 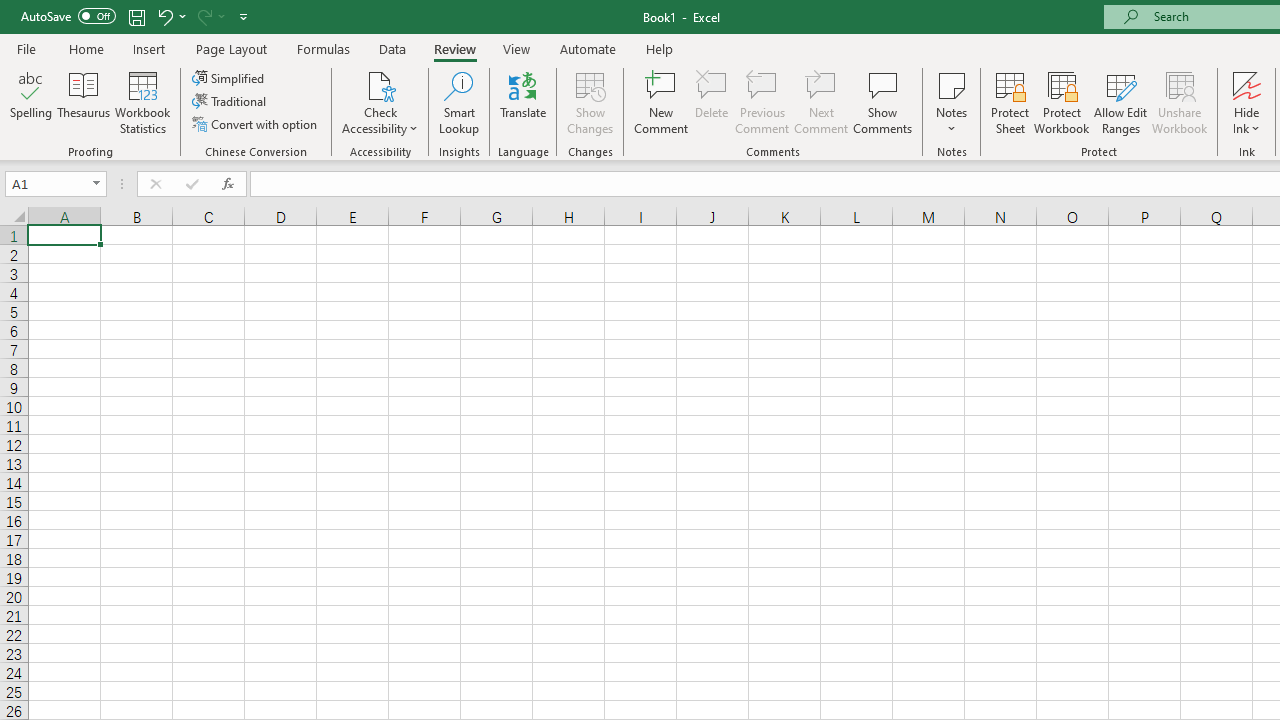 I want to click on 'Delete', so click(x=712, y=103).